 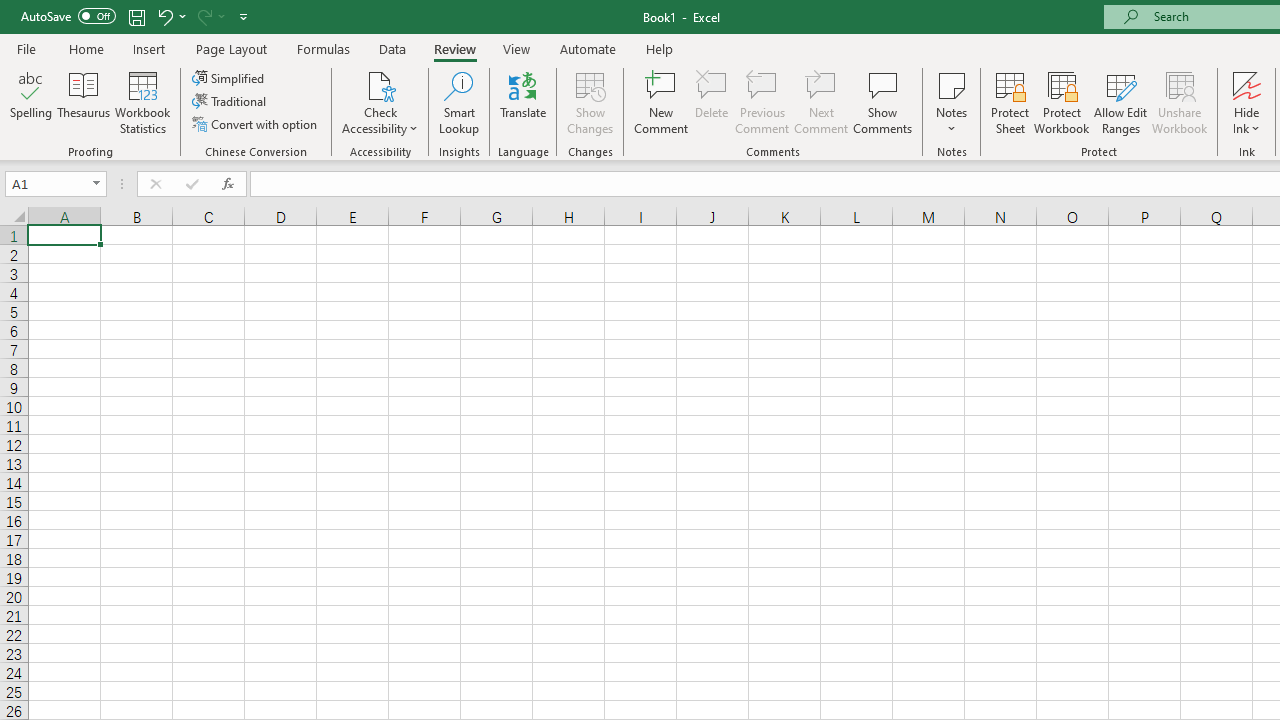 I want to click on 'Delete', so click(x=712, y=103).